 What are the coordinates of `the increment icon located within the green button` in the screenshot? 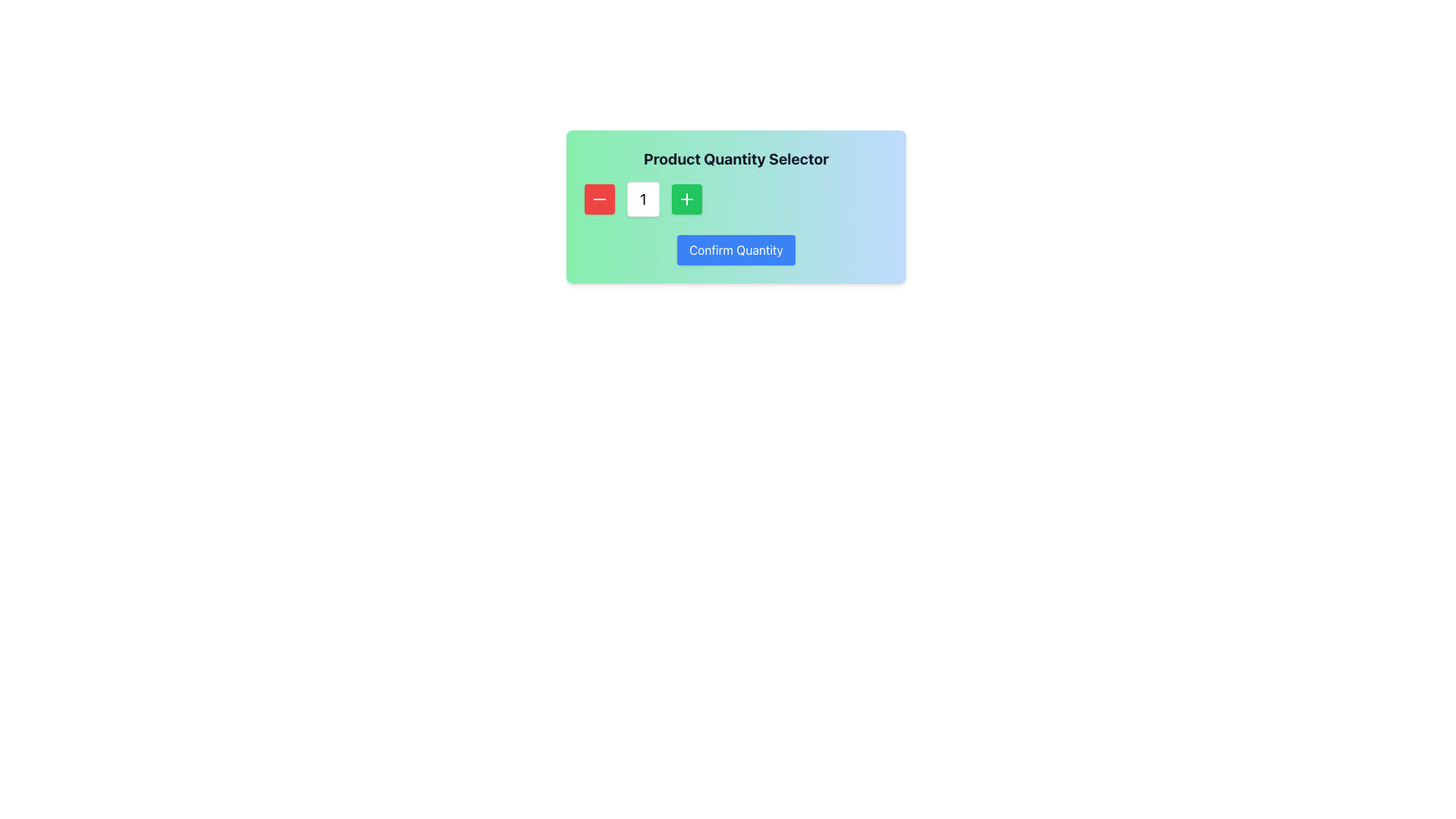 It's located at (686, 198).